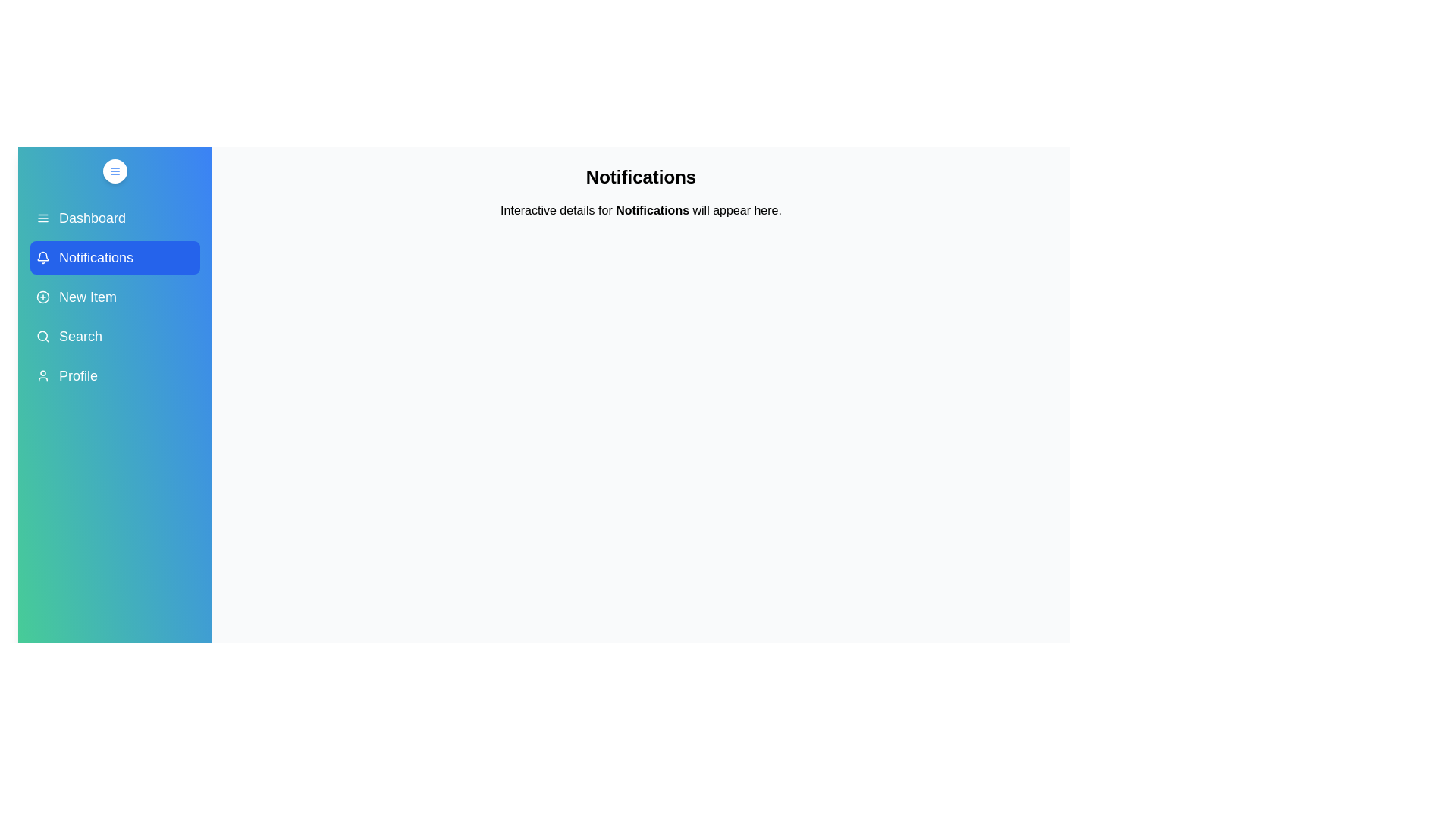 The image size is (1456, 819). I want to click on the menu item Notifications in the sidebar to display its details, so click(115, 256).